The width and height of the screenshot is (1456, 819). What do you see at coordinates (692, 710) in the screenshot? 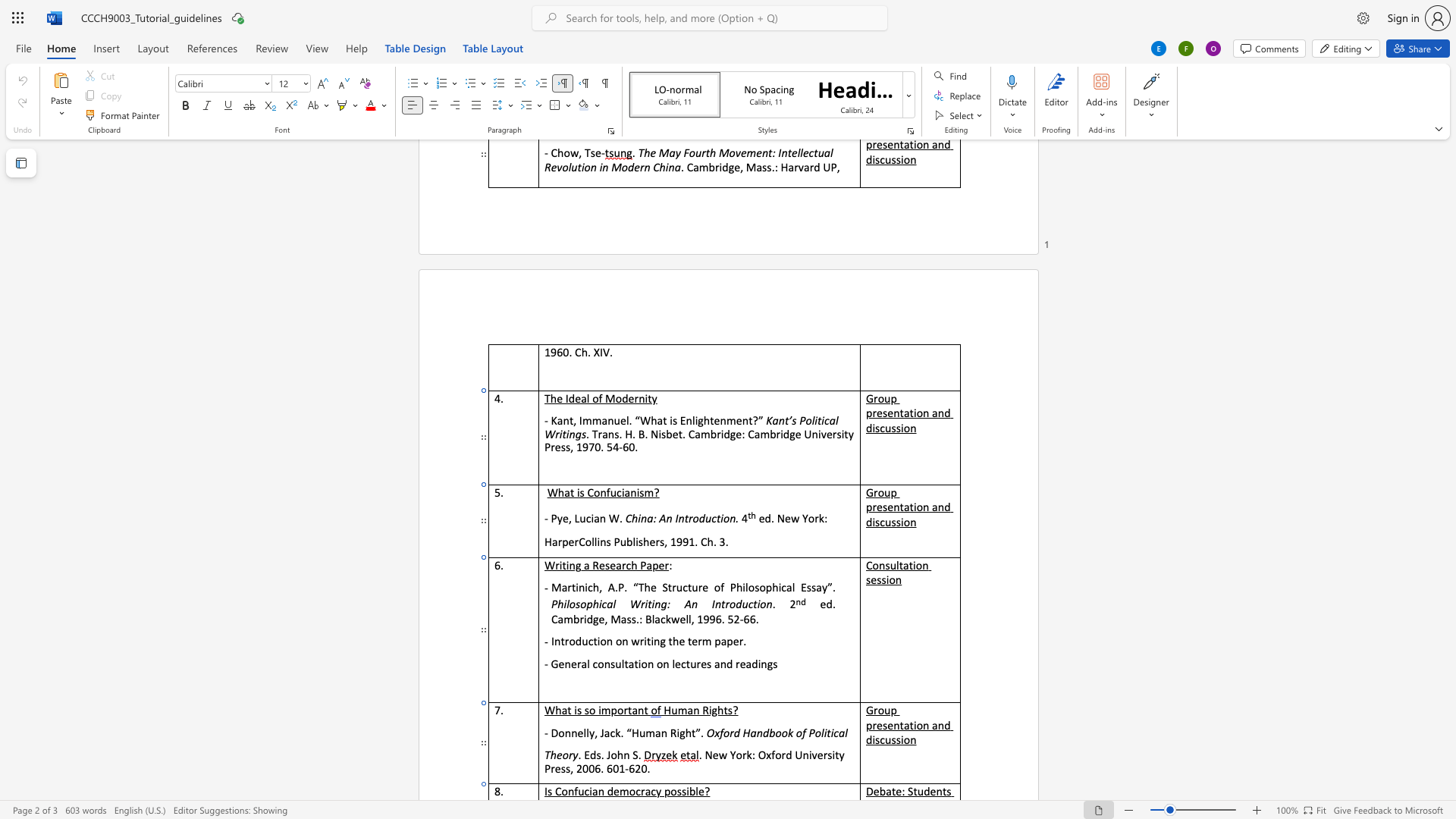
I see `the space between the continuous character "a" and "n" in the text` at bounding box center [692, 710].